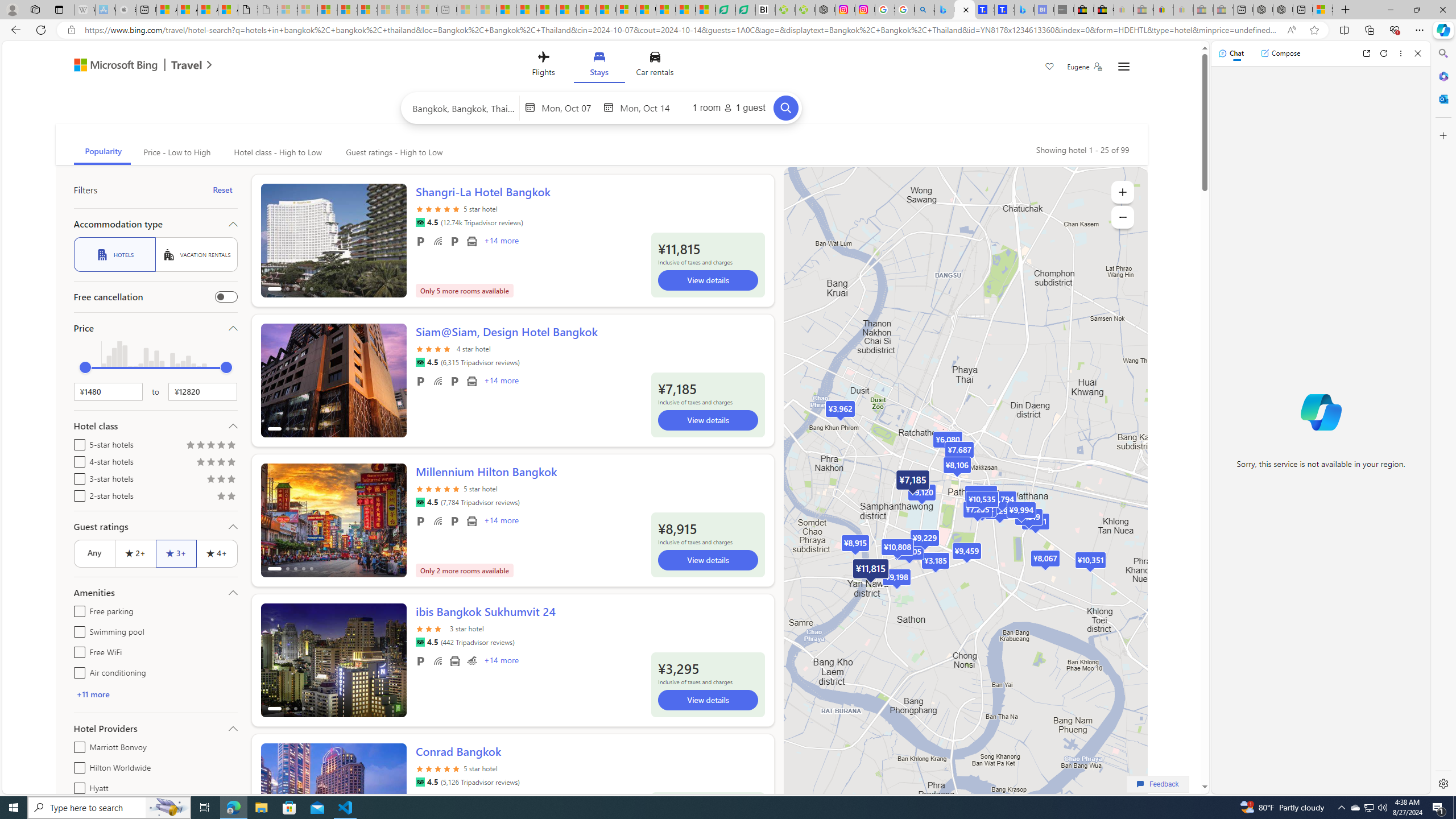  What do you see at coordinates (487, 9) in the screenshot?
I see `'Marine life - MSN - Sleeping'` at bounding box center [487, 9].